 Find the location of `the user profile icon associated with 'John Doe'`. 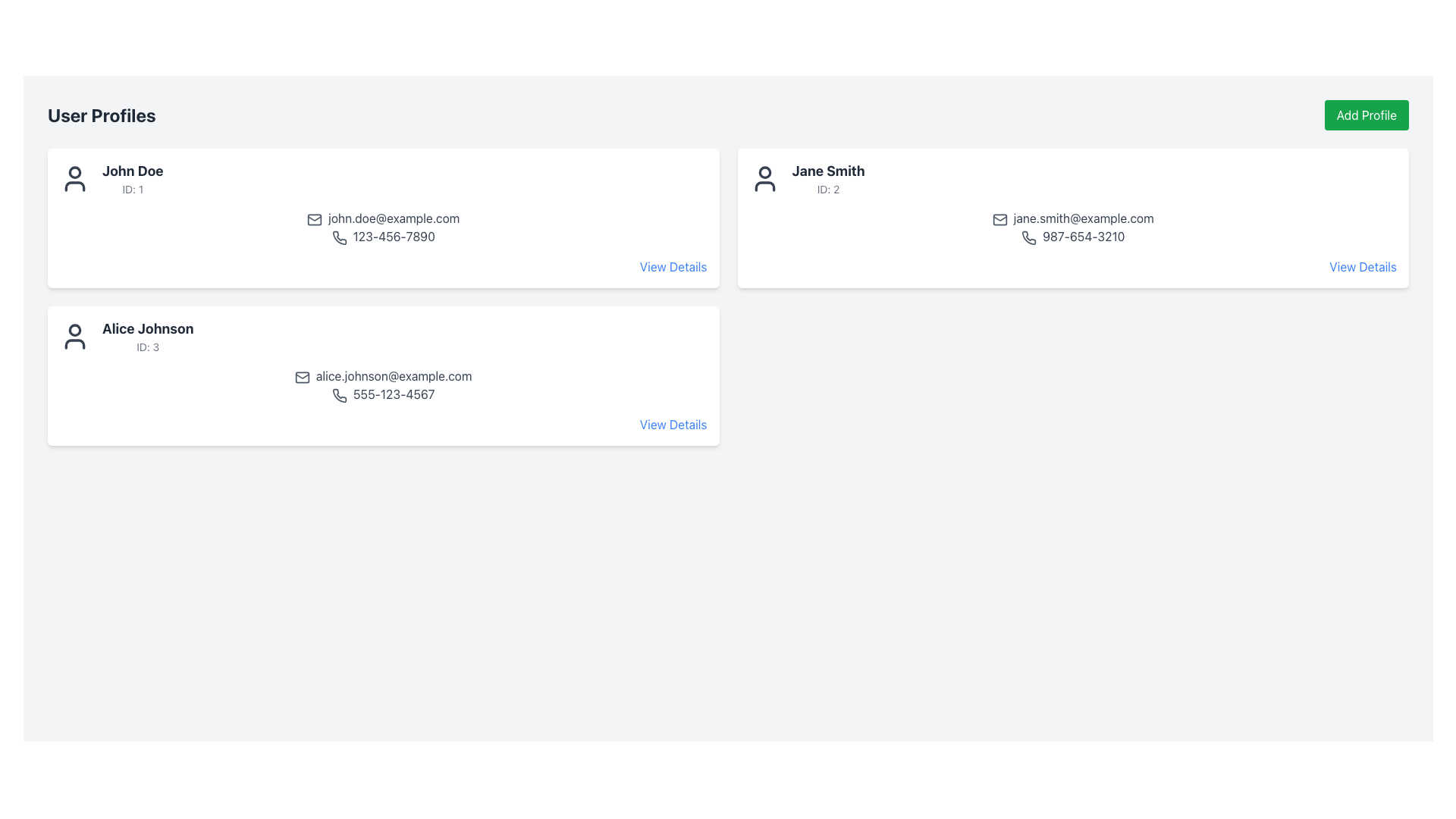

the user profile icon associated with 'John Doe' is located at coordinates (74, 177).